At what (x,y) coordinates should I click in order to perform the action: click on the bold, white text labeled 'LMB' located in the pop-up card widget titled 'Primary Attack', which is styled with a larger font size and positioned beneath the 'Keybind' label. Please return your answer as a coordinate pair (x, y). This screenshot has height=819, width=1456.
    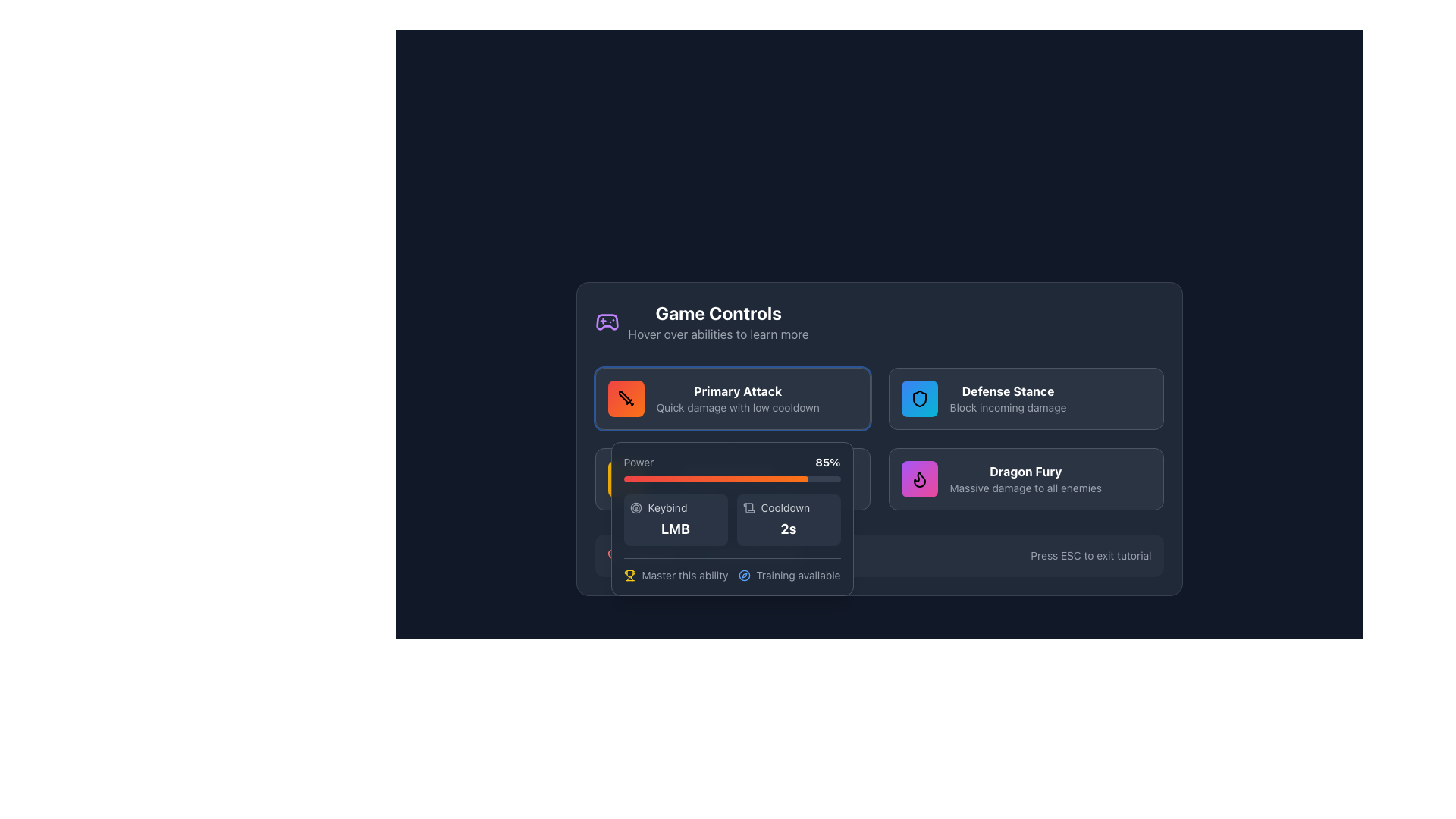
    Looking at the image, I should click on (675, 529).